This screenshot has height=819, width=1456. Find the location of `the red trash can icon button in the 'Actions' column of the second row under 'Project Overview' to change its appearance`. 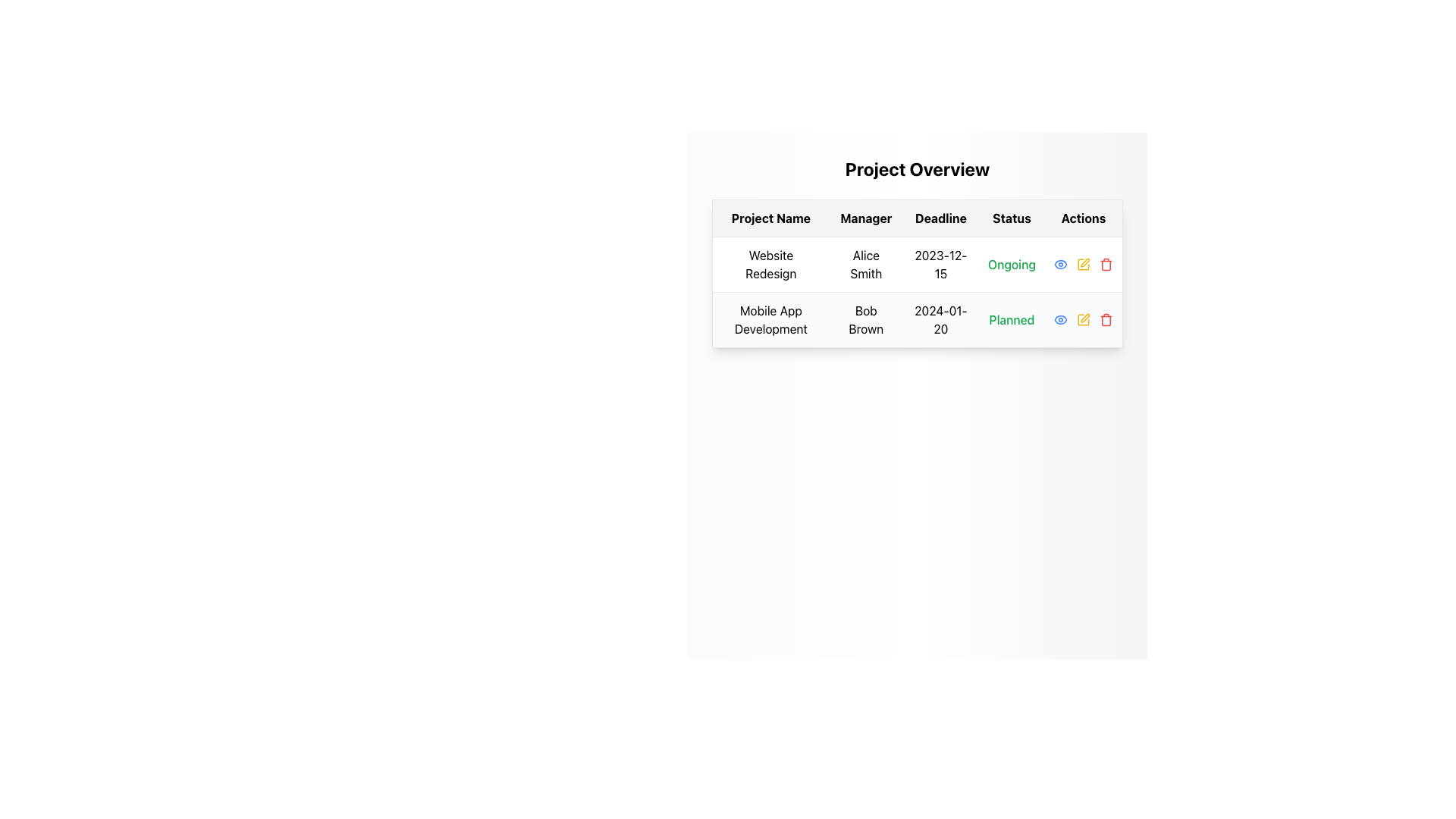

the red trash can icon button in the 'Actions' column of the second row under 'Project Overview' to change its appearance is located at coordinates (1106, 318).